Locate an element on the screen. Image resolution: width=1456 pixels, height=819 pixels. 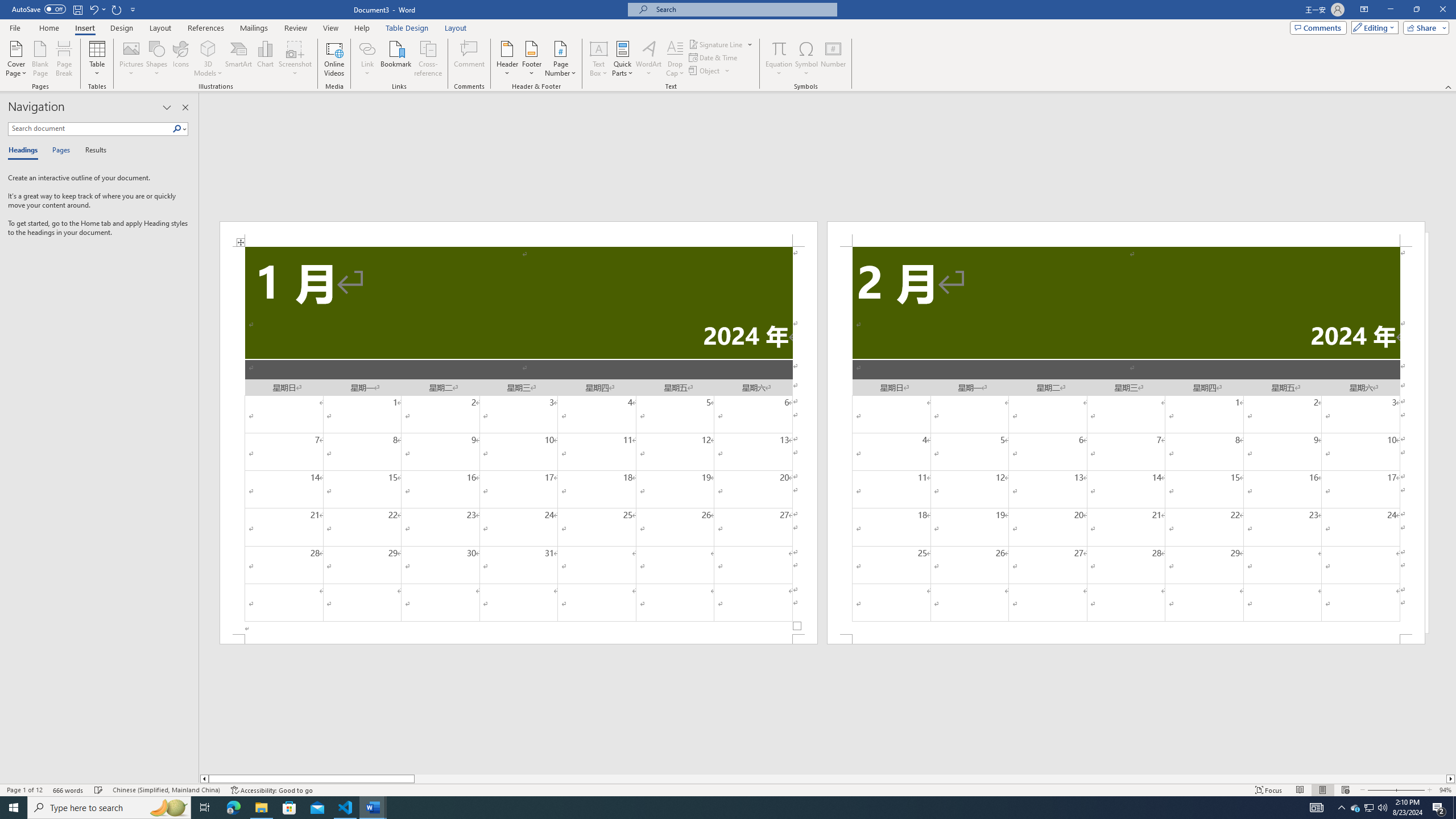
'Quick Parts' is located at coordinates (622, 59).